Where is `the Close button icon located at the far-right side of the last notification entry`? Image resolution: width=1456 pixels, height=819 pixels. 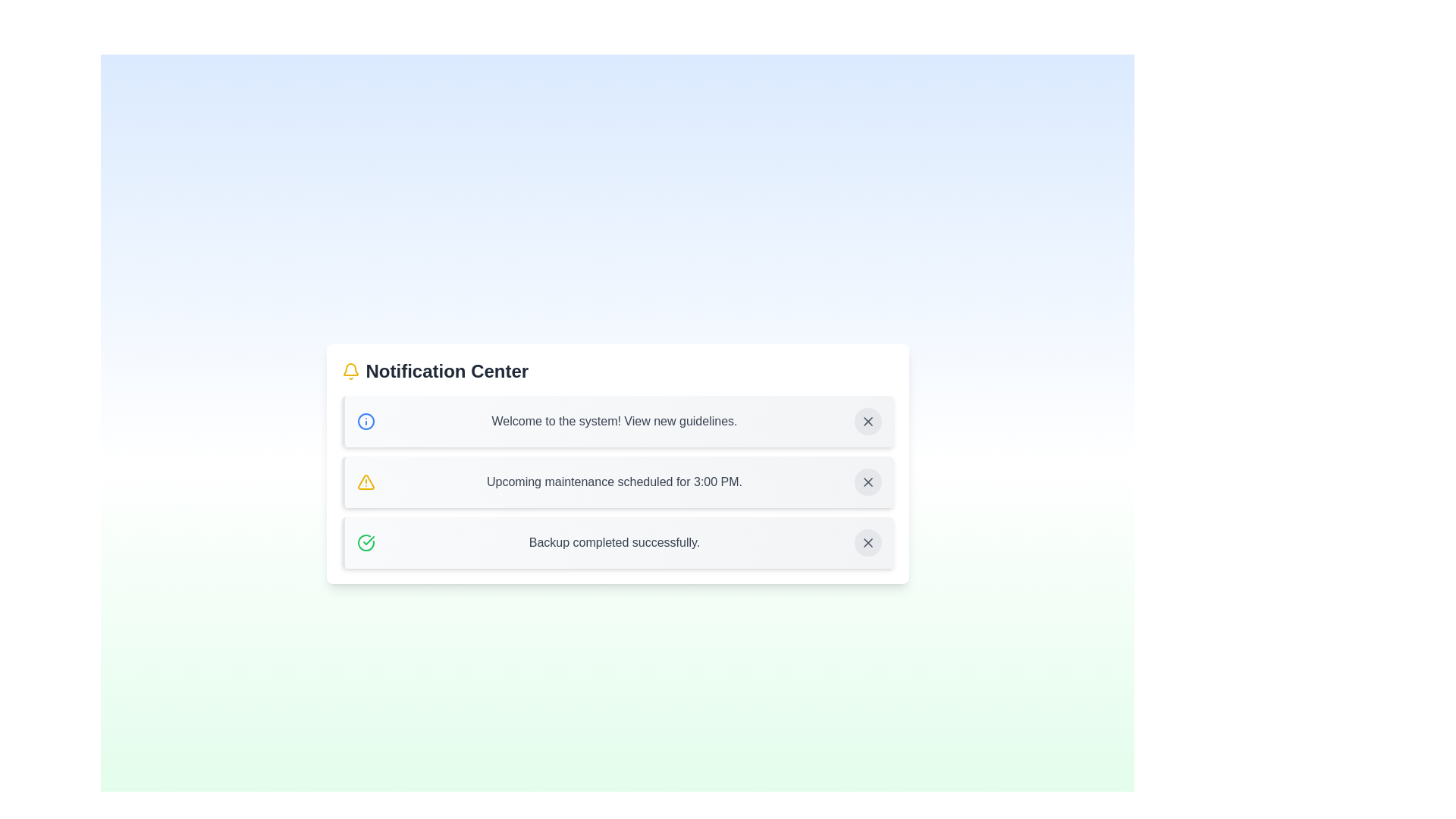
the Close button icon located at the far-right side of the last notification entry is located at coordinates (868, 542).